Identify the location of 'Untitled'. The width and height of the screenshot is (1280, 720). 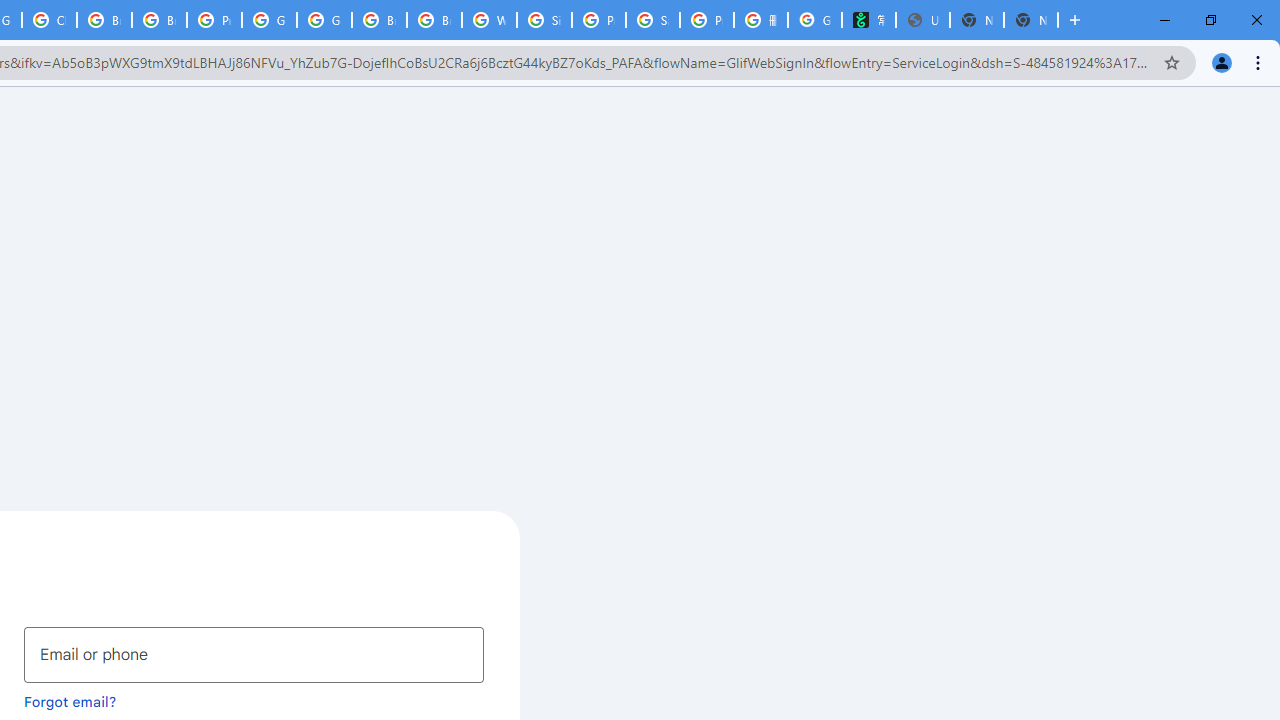
(921, 20).